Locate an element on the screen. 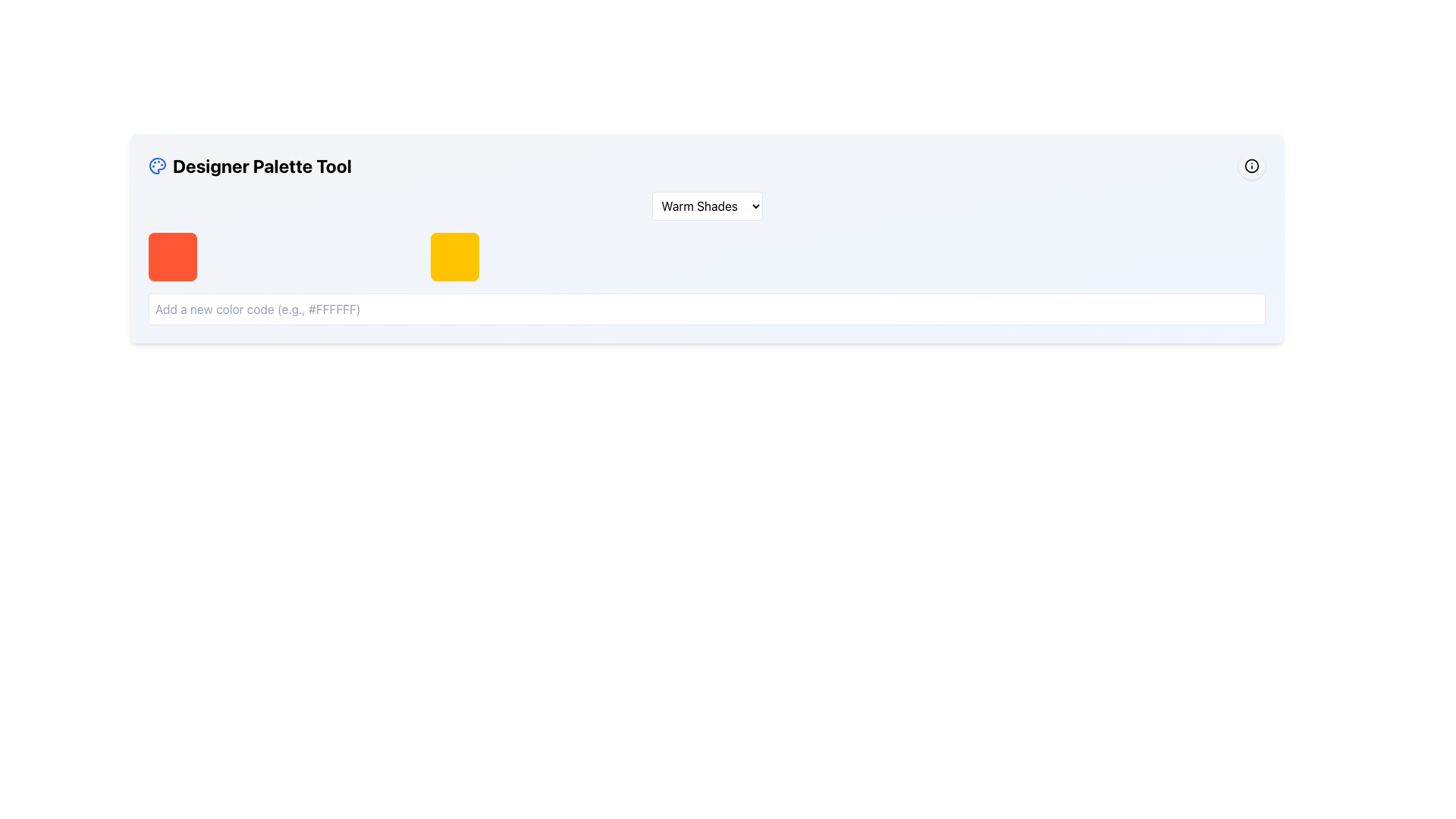 The width and height of the screenshot is (1456, 819). the 'Warm Shades' dropdown menu is located at coordinates (706, 206).